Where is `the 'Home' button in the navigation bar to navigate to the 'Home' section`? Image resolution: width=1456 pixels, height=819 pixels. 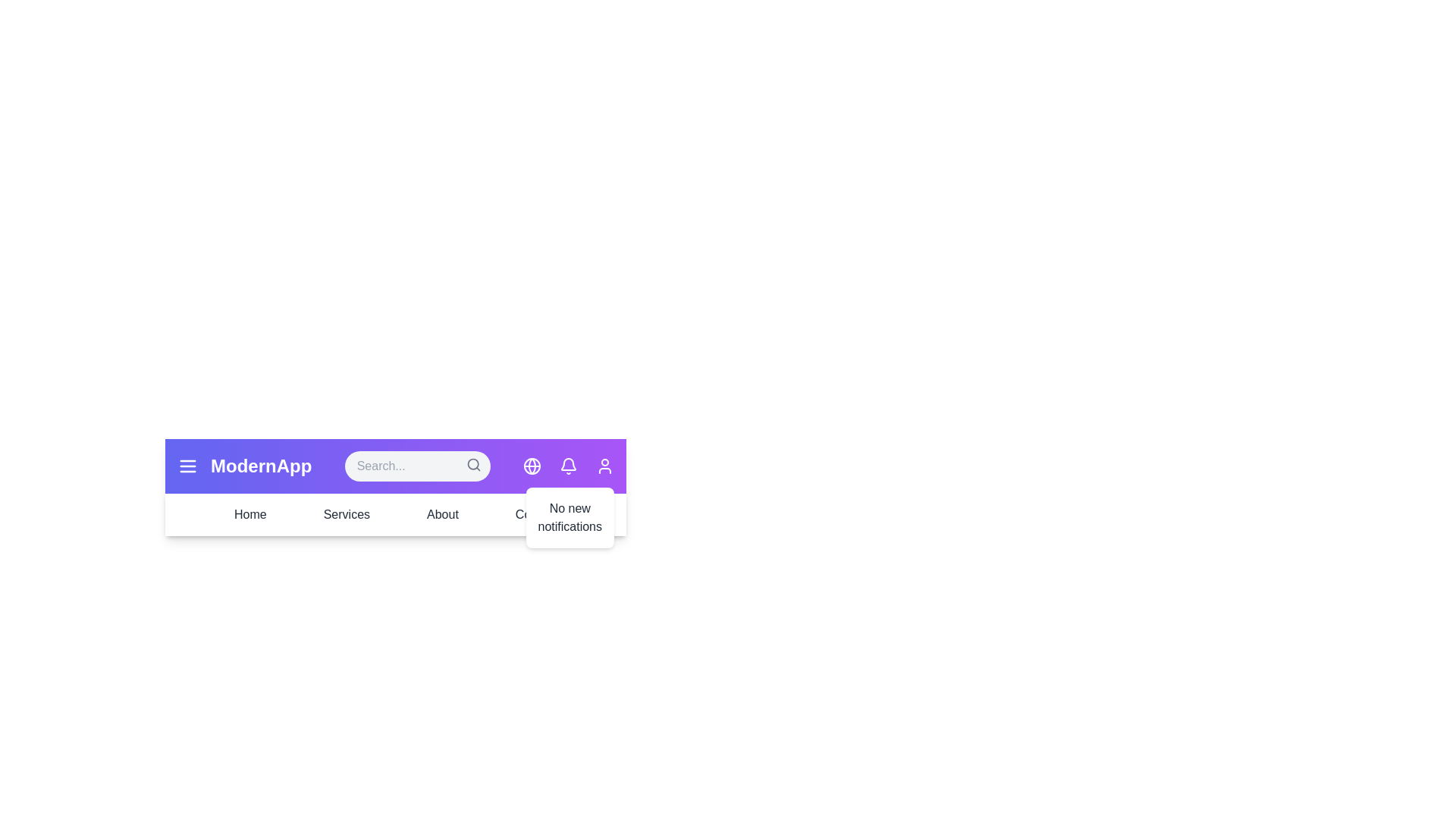 the 'Home' button in the navigation bar to navigate to the 'Home' section is located at coordinates (250, 513).